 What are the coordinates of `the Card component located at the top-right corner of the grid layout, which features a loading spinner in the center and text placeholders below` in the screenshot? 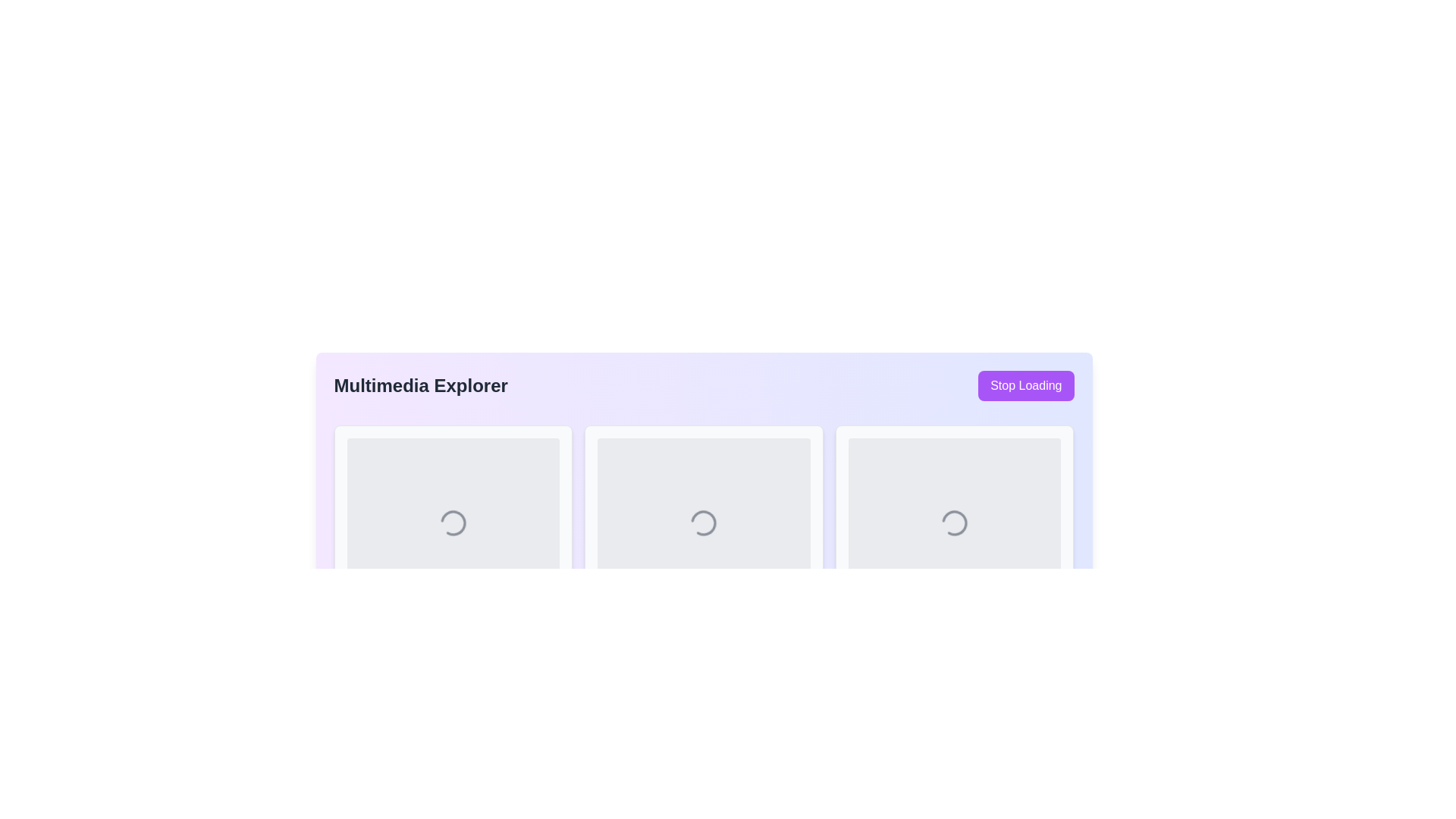 It's located at (954, 542).